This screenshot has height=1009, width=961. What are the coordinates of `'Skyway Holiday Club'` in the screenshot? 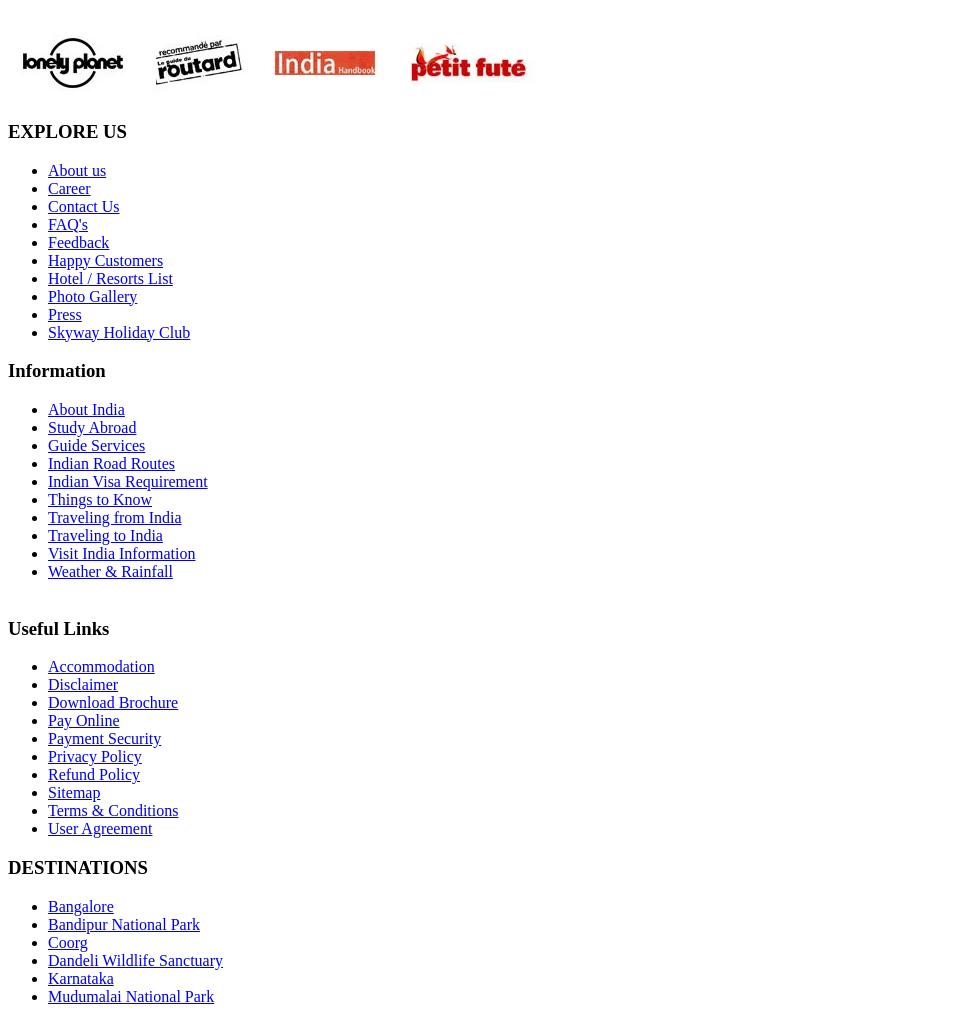 It's located at (117, 330).